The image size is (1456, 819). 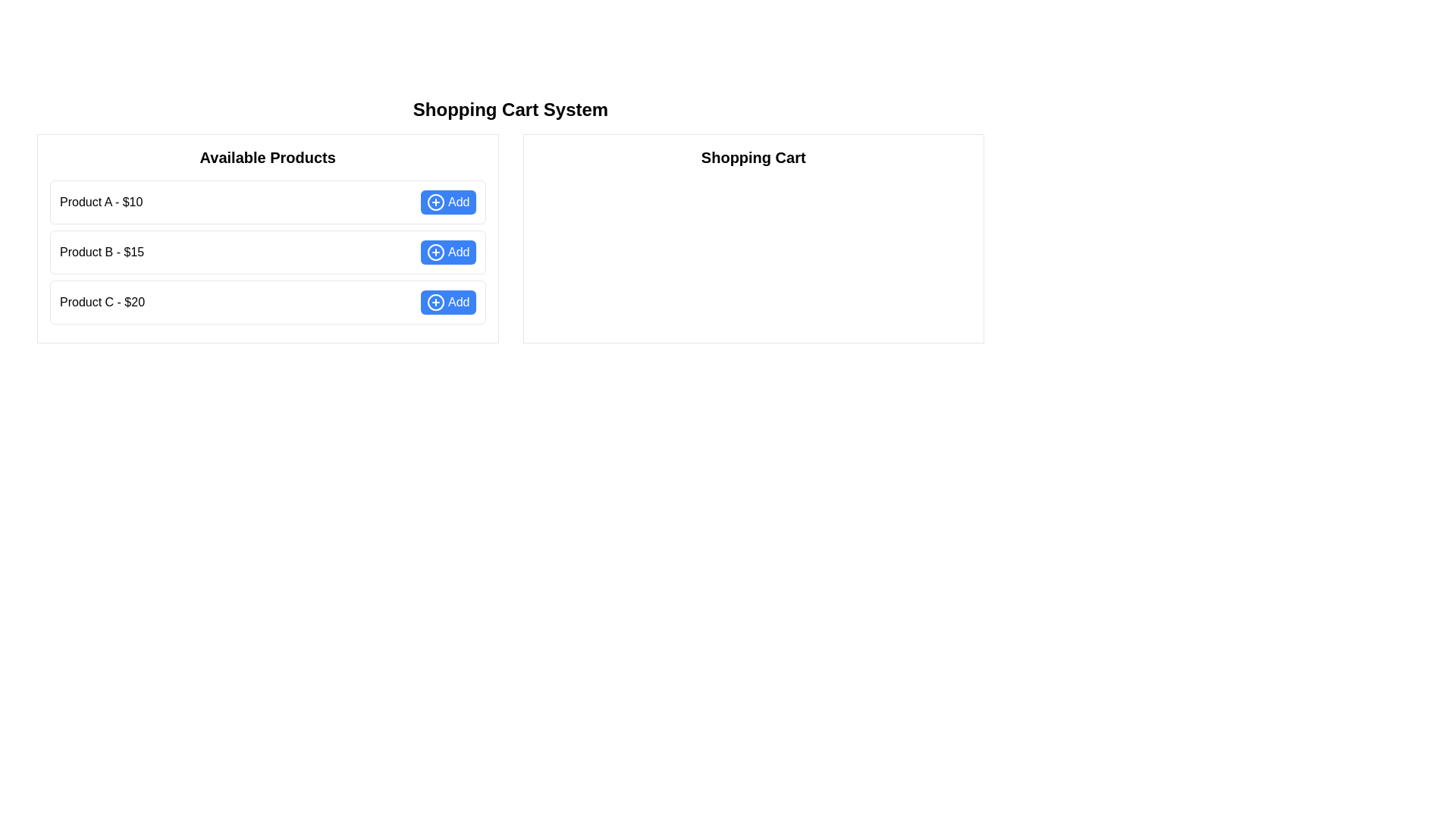 I want to click on the prominently displayed text label reading 'Available Products', which serves as a heading in the top left segment of the interface, so click(x=268, y=158).